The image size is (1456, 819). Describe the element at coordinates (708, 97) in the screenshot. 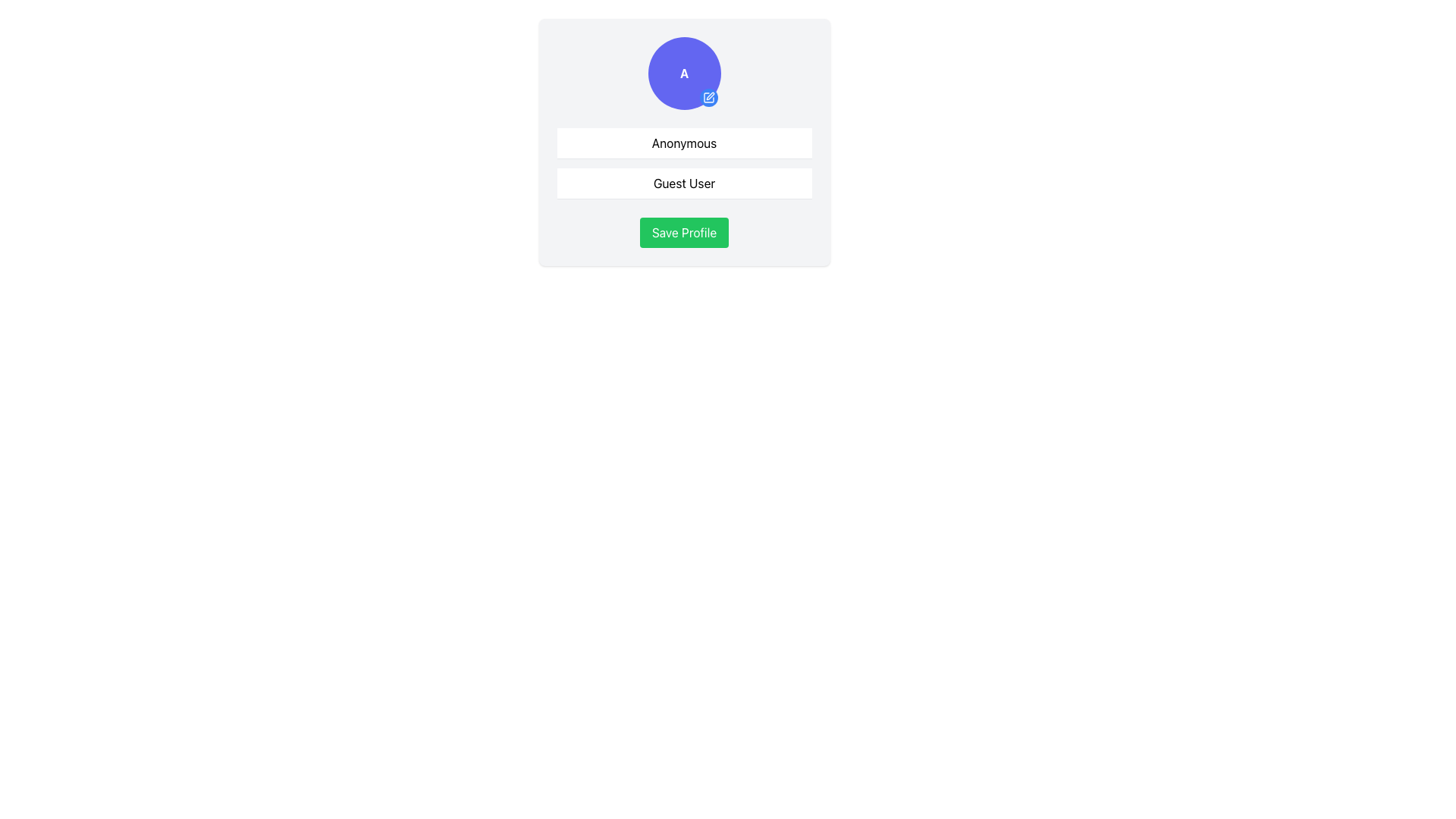

I see `the small blue circular button with a white pen icon located at the bottom-right corner of the avatar component labeled 'A'` at that location.